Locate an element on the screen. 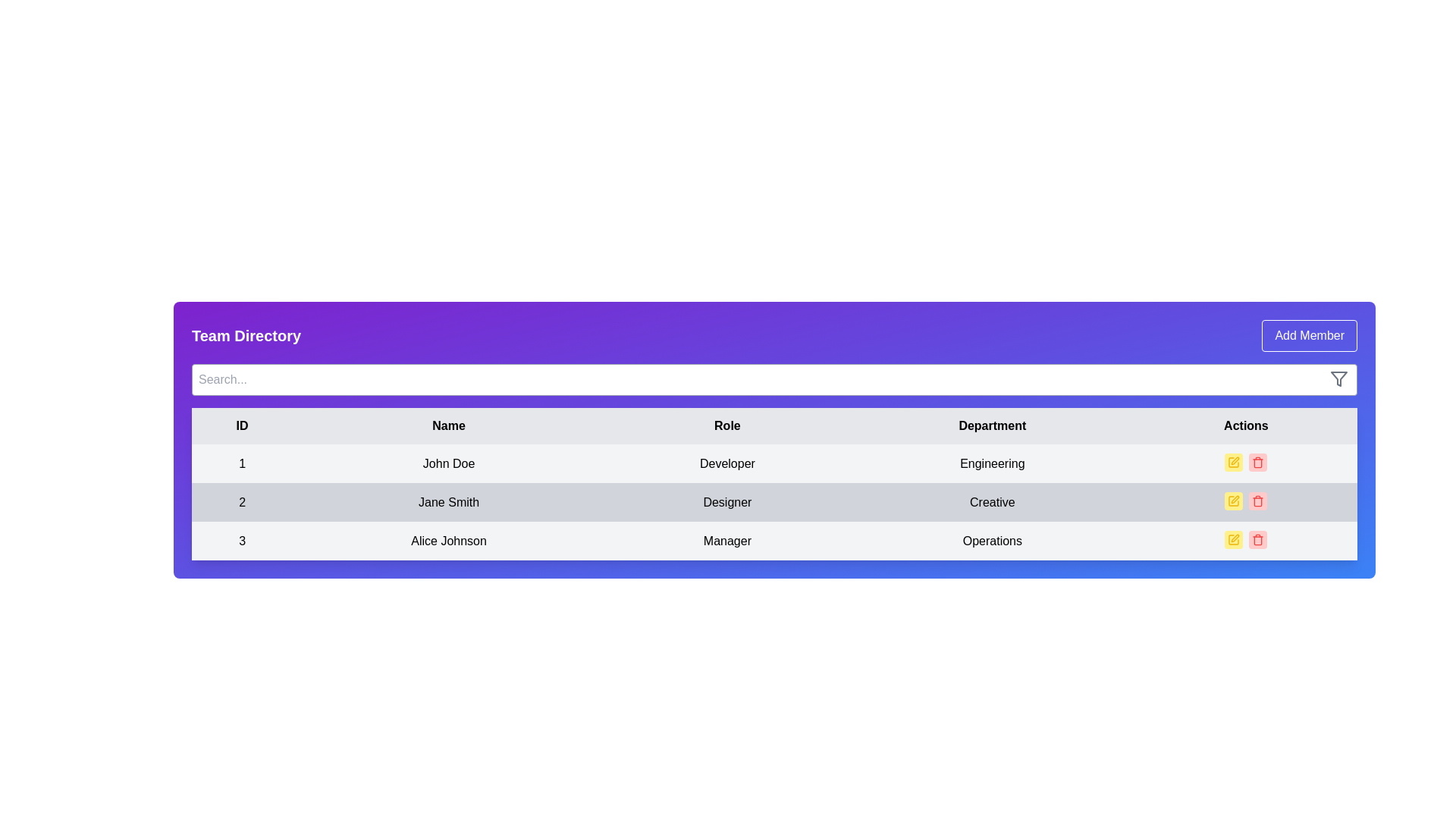 The height and width of the screenshot is (819, 1456). the static text element displaying 'Jane Smith' in bold, located in the second row of the table under the 'Name' column is located at coordinates (448, 502).